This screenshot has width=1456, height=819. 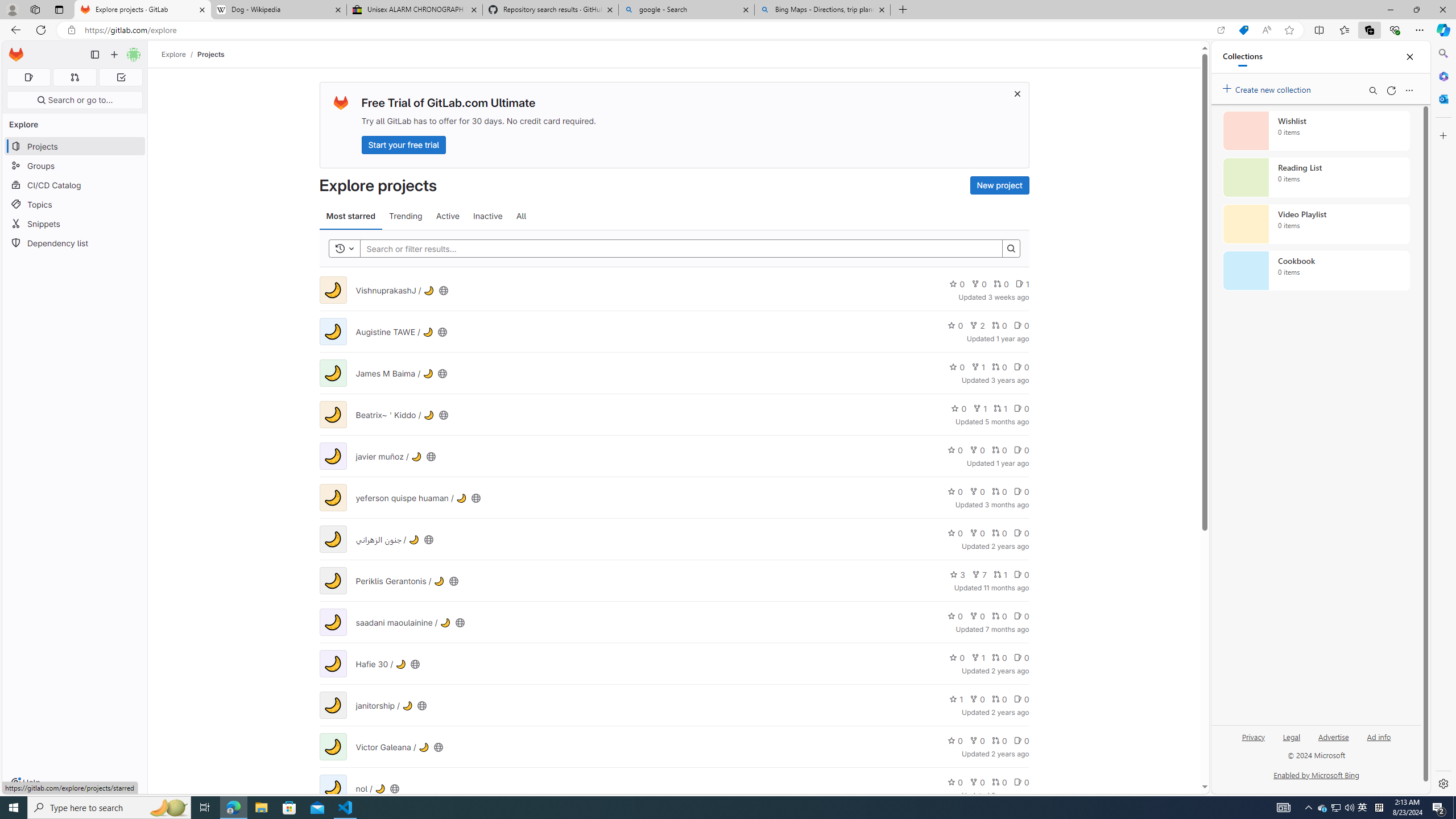 I want to click on '2', so click(x=978, y=325).